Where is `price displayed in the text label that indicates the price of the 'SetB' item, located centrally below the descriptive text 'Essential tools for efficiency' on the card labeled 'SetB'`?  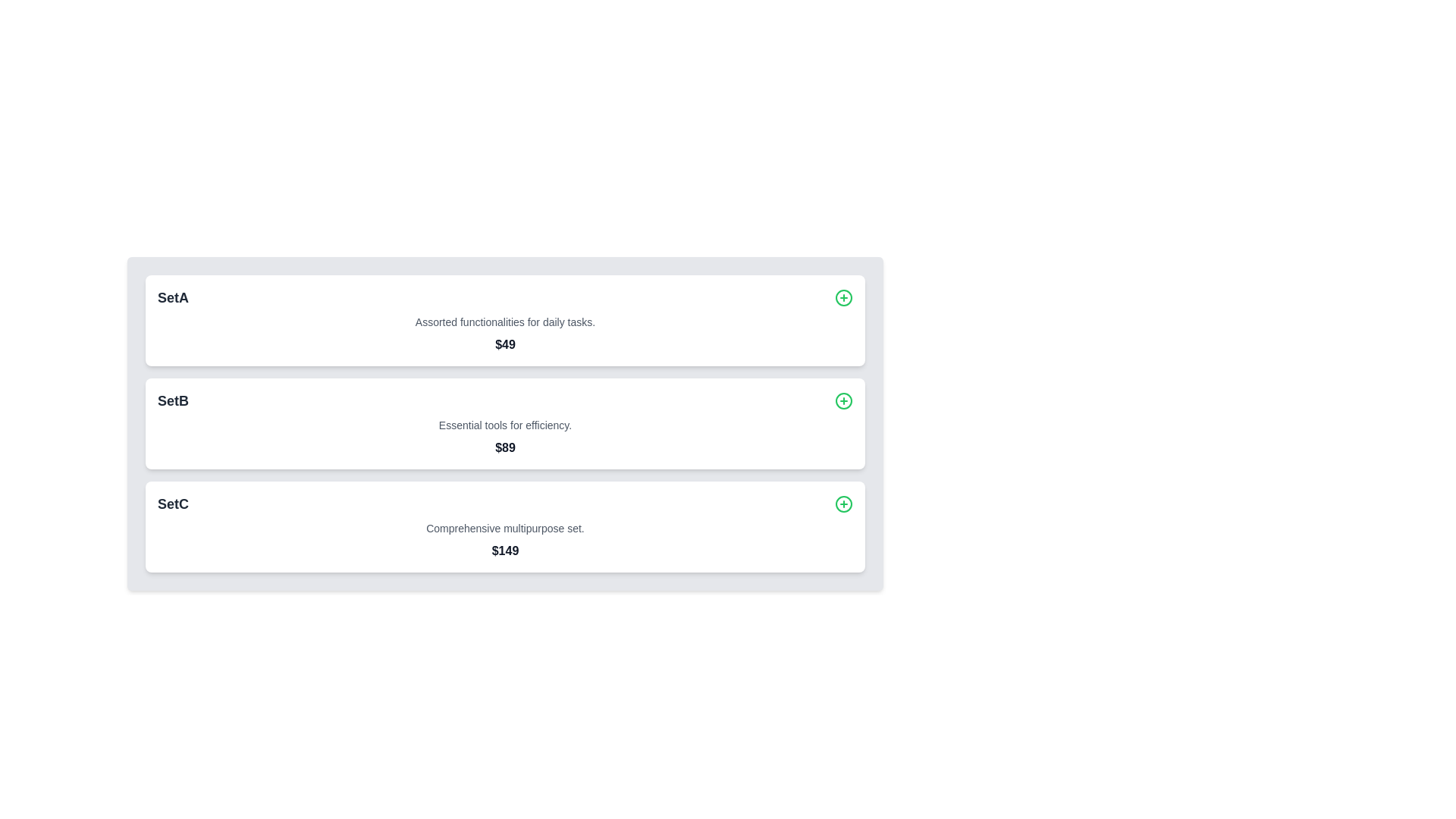
price displayed in the text label that indicates the price of the 'SetB' item, located centrally below the descriptive text 'Essential tools for efficiency' on the card labeled 'SetB' is located at coordinates (505, 447).